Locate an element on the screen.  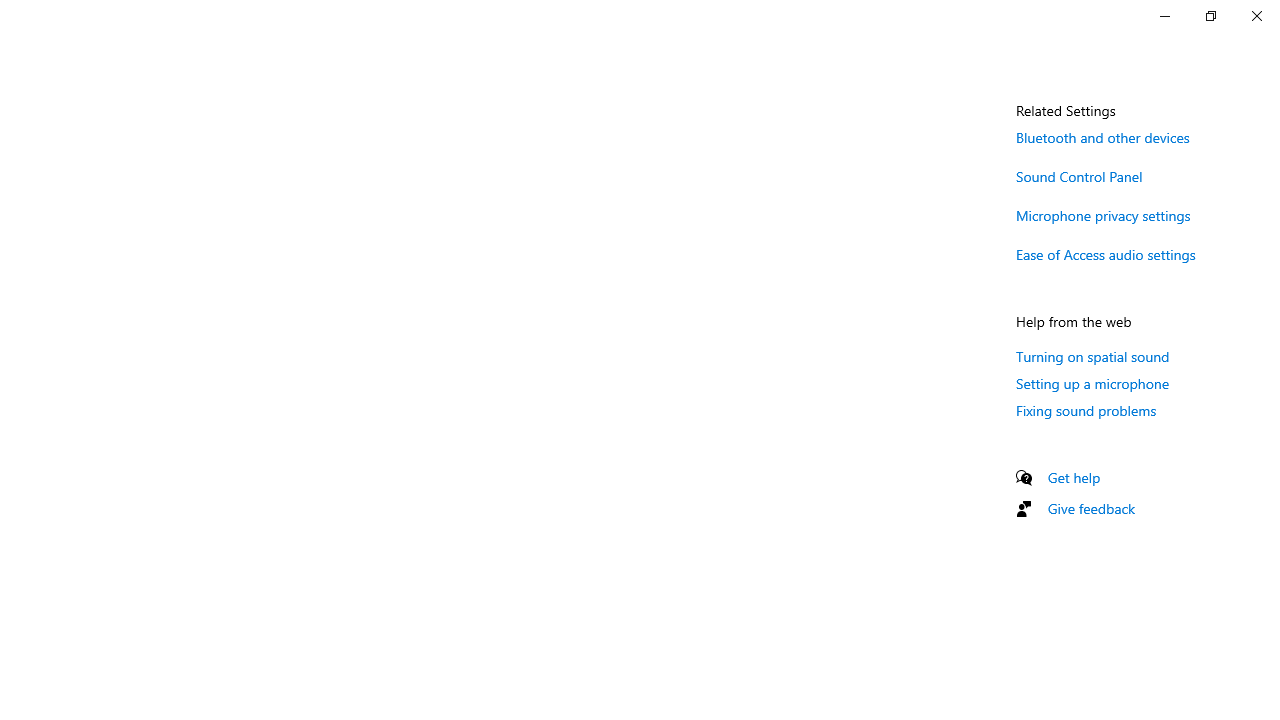
'Restore Settings' is located at coordinates (1209, 15).